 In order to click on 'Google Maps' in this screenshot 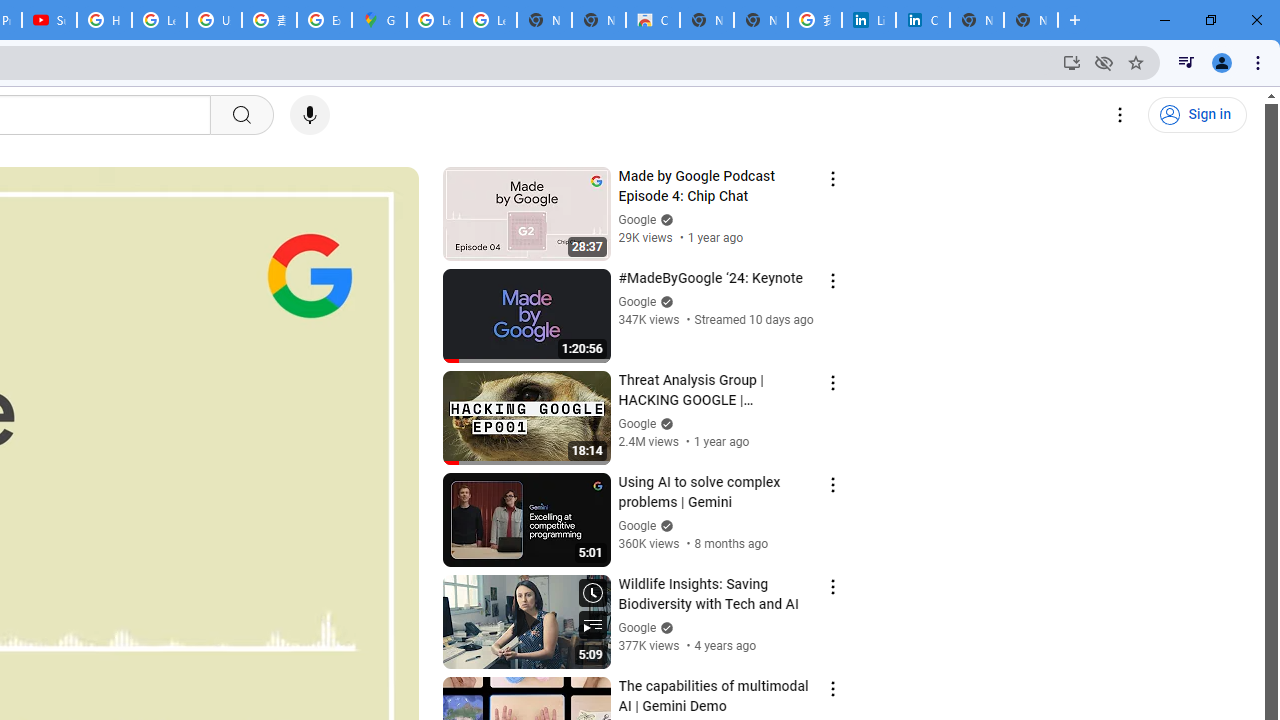, I will do `click(379, 20)`.